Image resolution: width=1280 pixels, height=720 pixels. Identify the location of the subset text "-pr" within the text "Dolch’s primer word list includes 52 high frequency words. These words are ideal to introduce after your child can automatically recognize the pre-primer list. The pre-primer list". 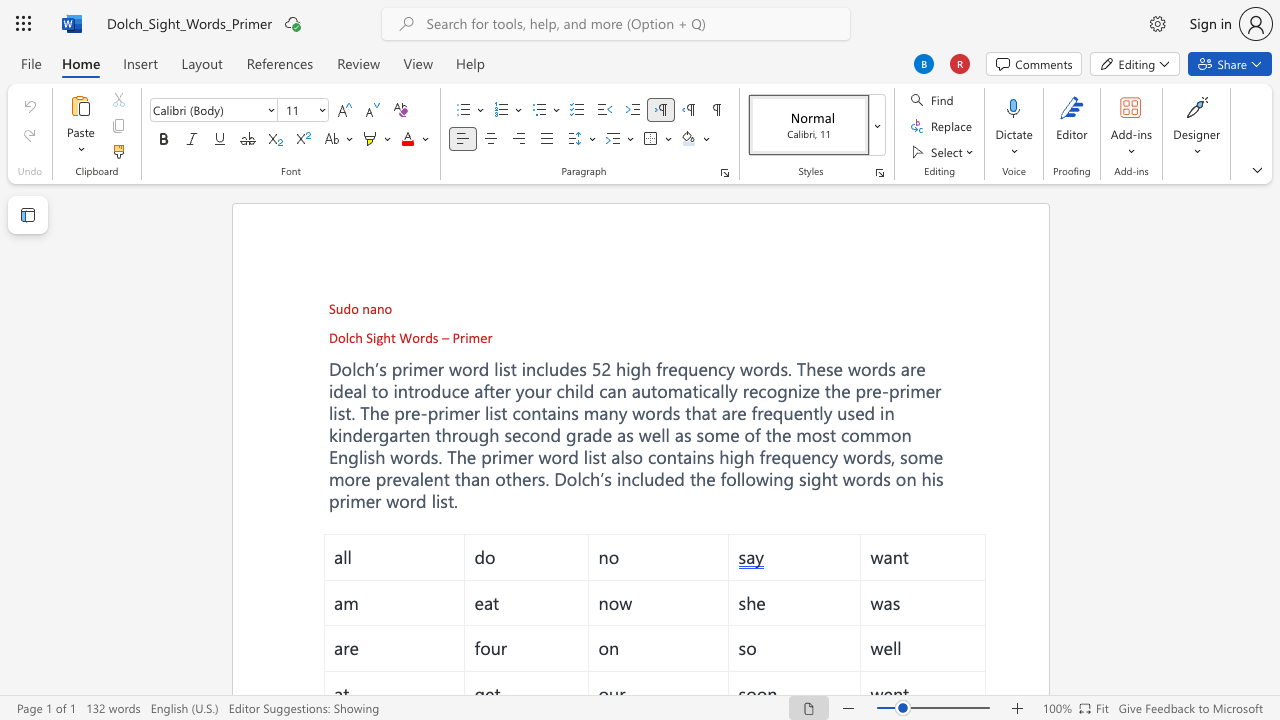
(419, 411).